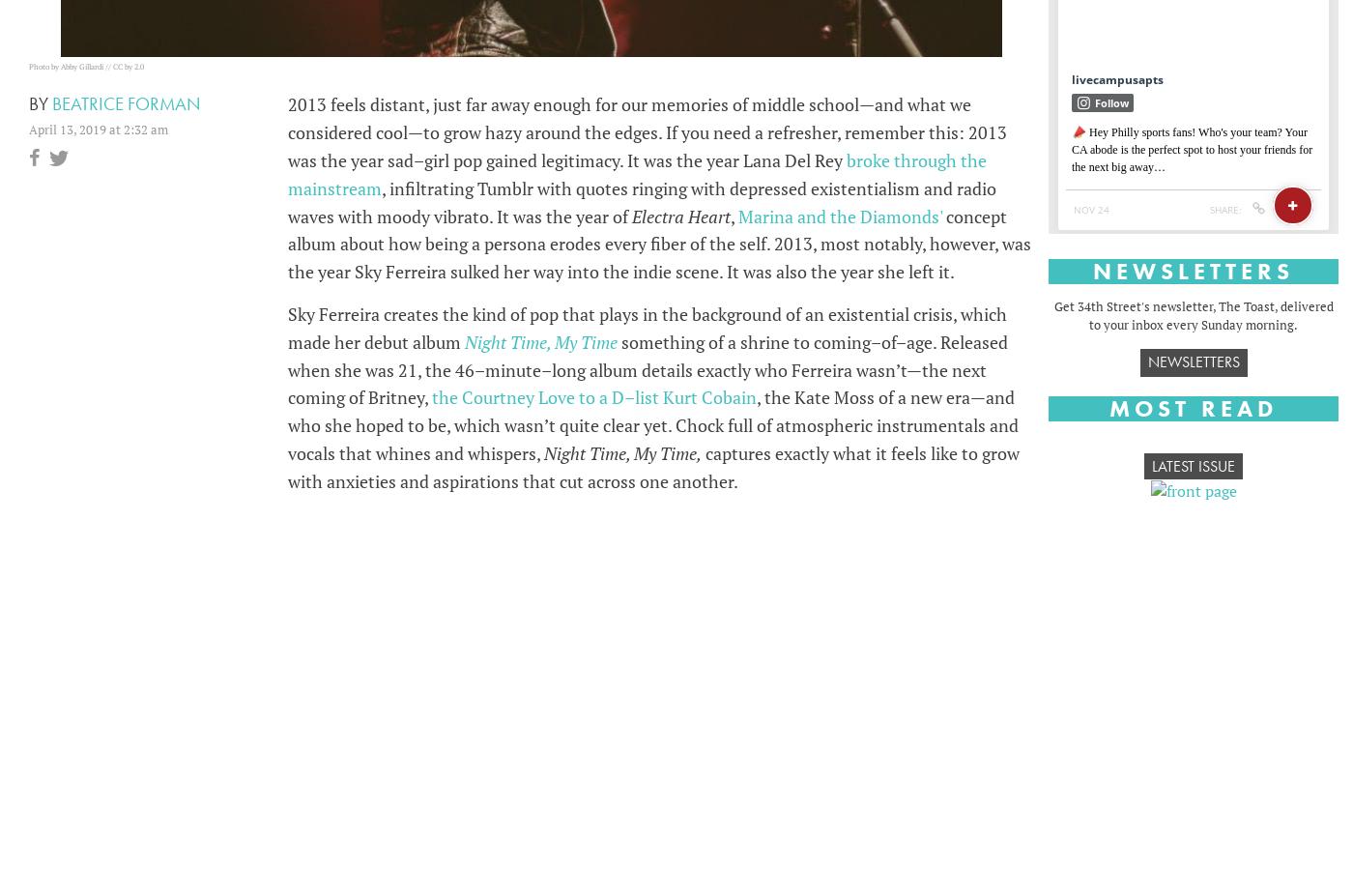 This screenshot has height=896, width=1353. Describe the element at coordinates (127, 102) in the screenshot. I see `'BEATRICE FORMAN'` at that location.